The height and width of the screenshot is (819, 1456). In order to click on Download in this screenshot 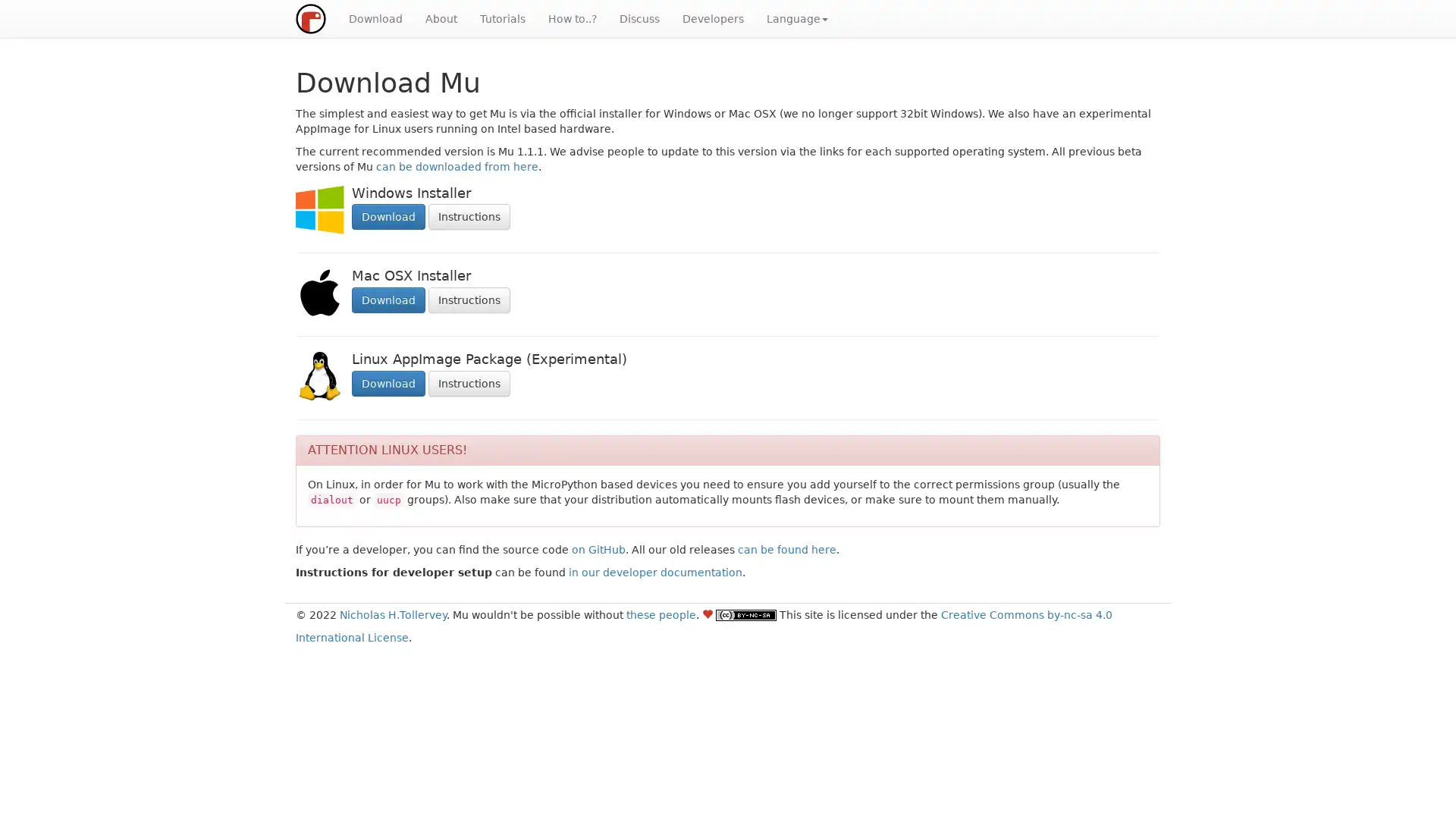, I will do `click(388, 382)`.